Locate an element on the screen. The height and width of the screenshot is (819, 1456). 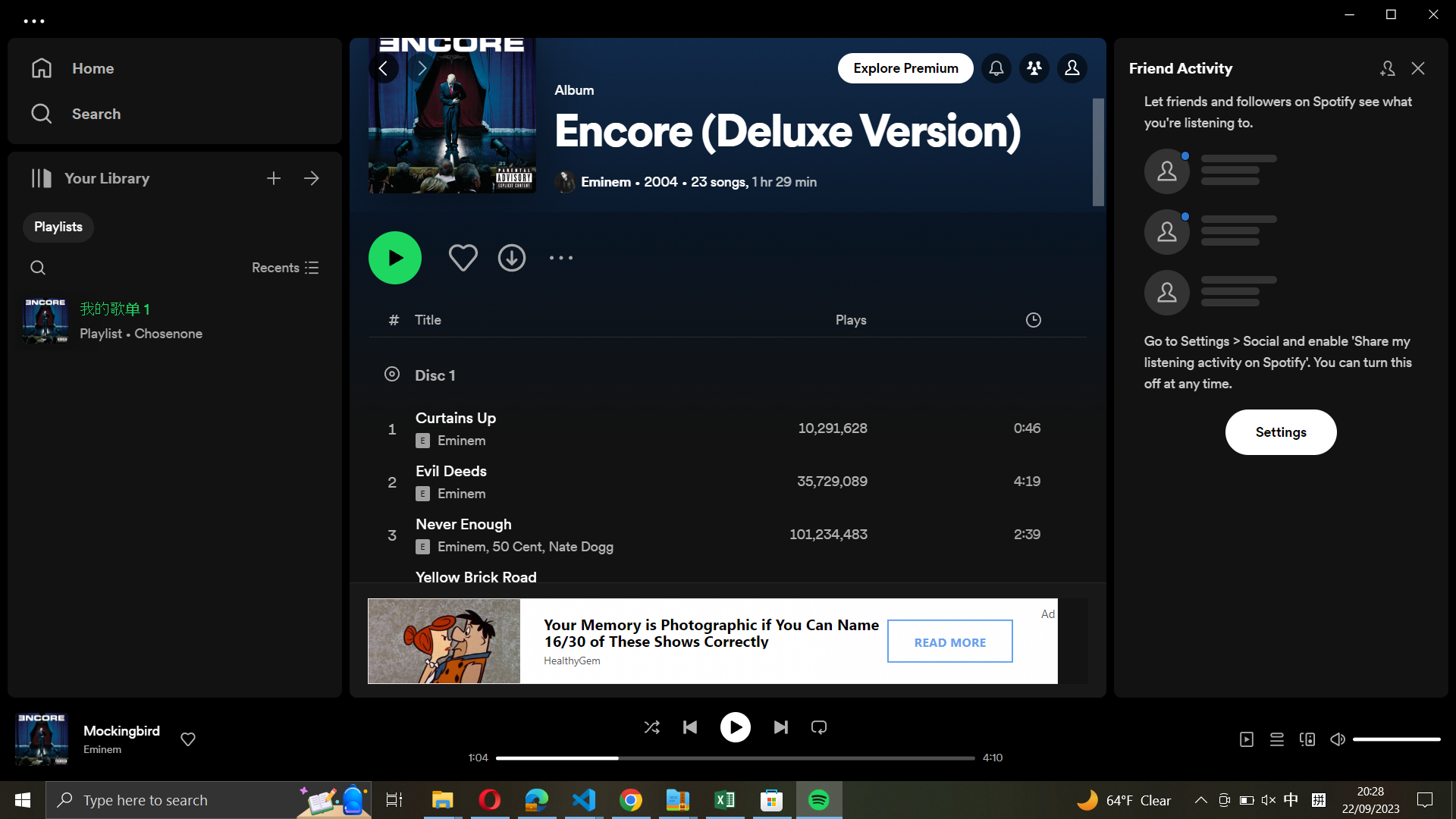
more options in the playlist is located at coordinates (560, 256).